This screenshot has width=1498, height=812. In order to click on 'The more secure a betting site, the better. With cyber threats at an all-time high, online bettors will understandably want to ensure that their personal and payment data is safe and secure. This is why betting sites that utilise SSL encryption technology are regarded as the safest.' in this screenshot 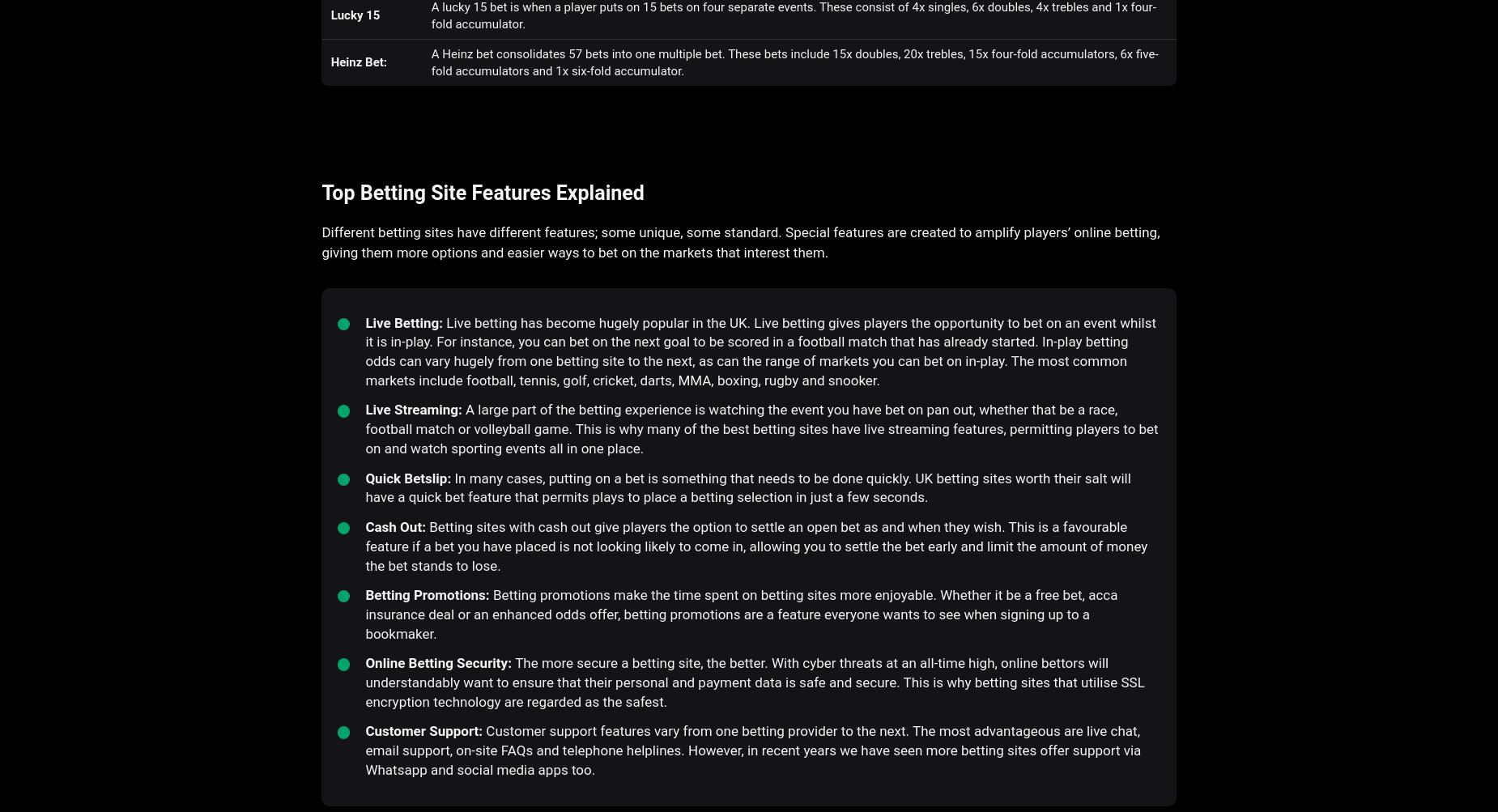, I will do `click(754, 682)`.